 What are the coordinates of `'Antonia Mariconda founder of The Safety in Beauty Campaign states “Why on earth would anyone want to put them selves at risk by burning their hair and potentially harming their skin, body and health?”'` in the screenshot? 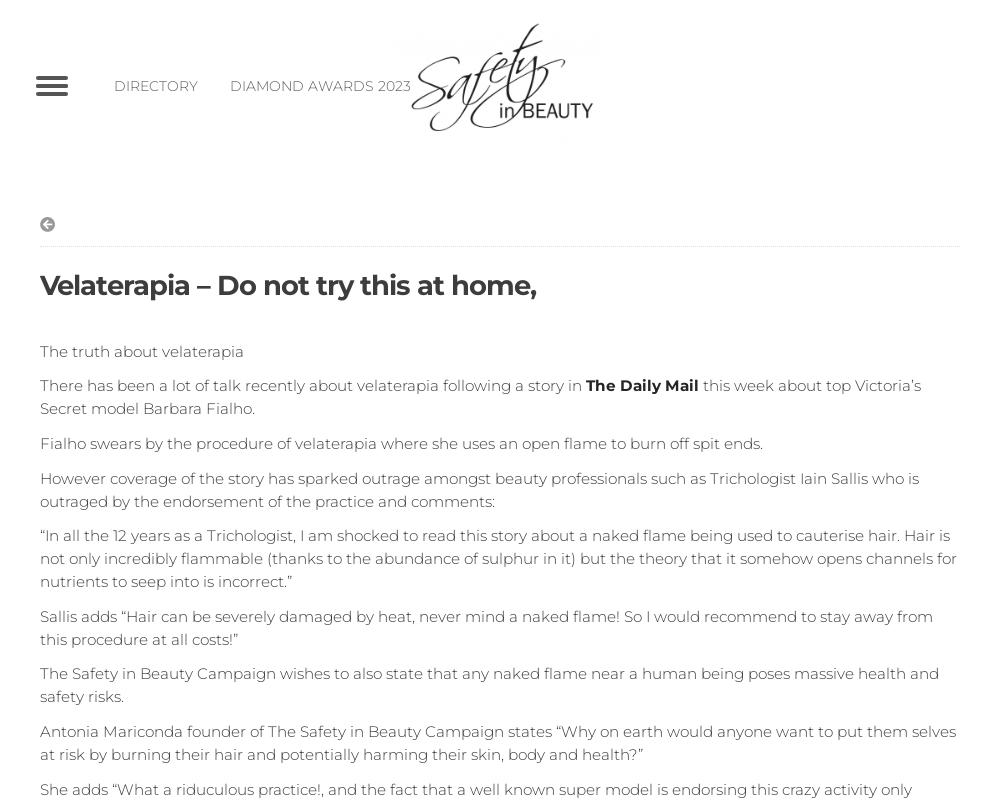 It's located at (497, 742).